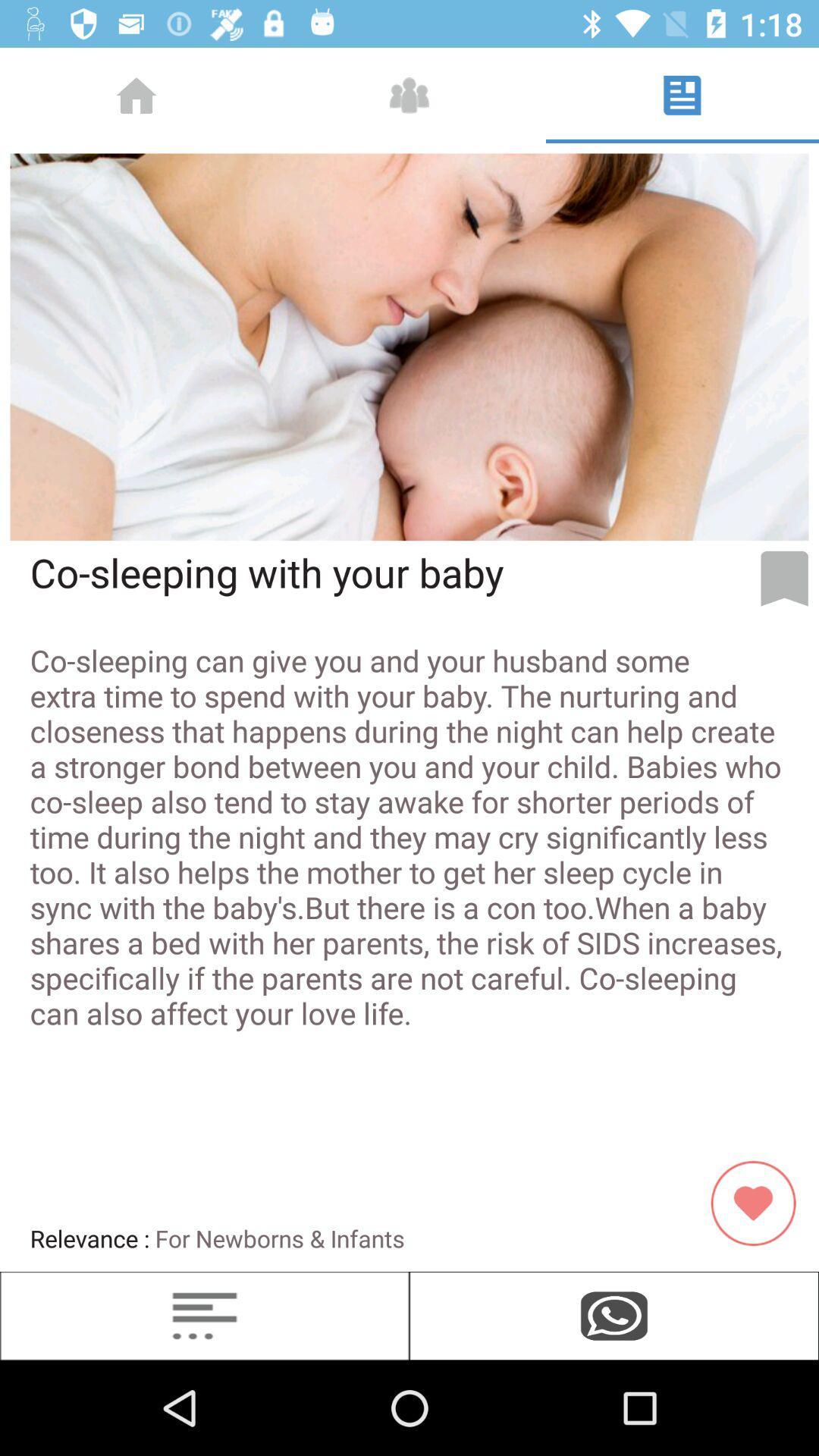 The width and height of the screenshot is (819, 1456). Describe the element at coordinates (759, 1201) in the screenshot. I see `the favorite icon` at that location.